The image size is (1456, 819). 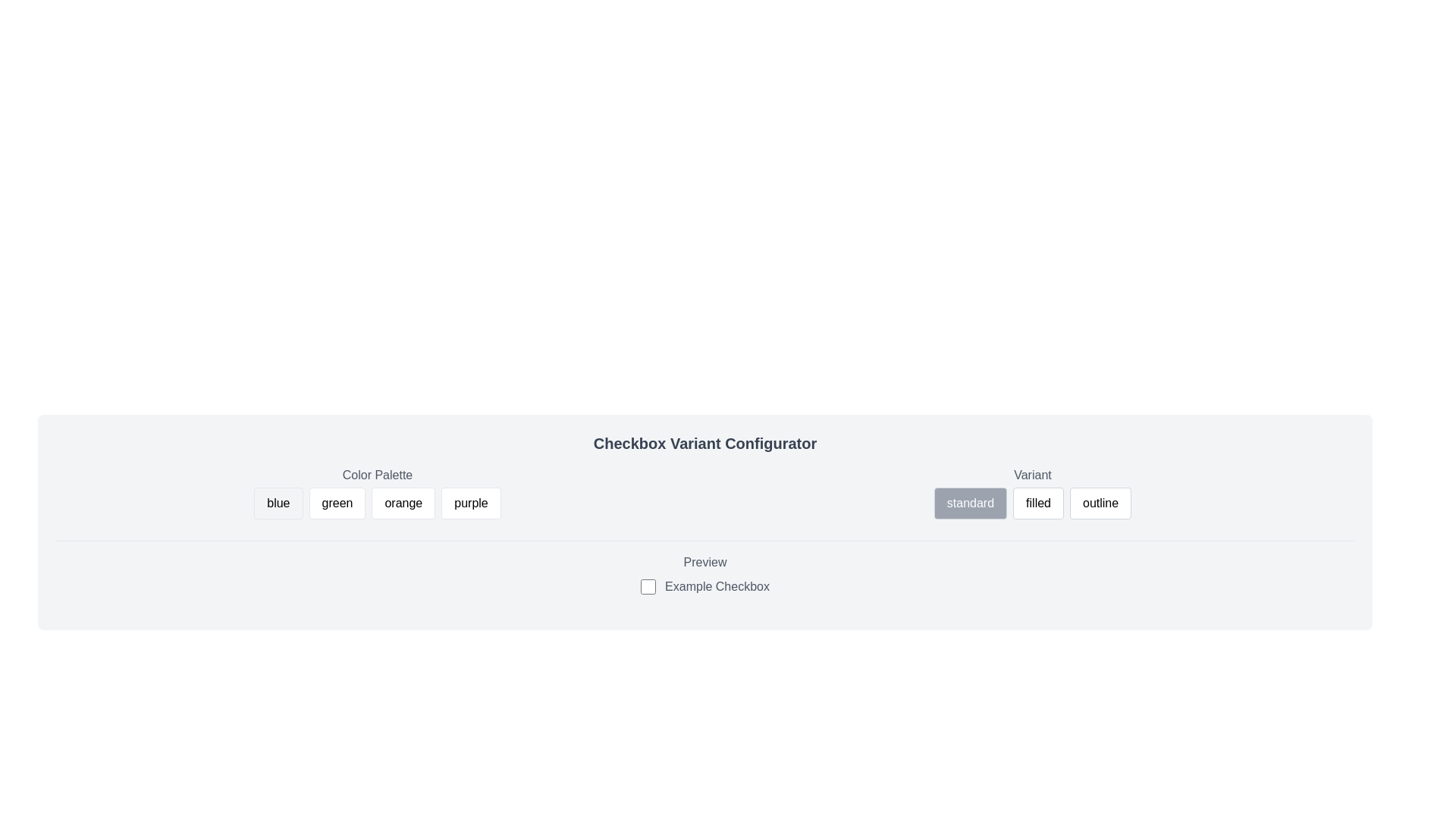 I want to click on the third button from the left, which selects the 'orange' color option in the 'Checkbox Variant Configurator' interface, so click(x=378, y=494).